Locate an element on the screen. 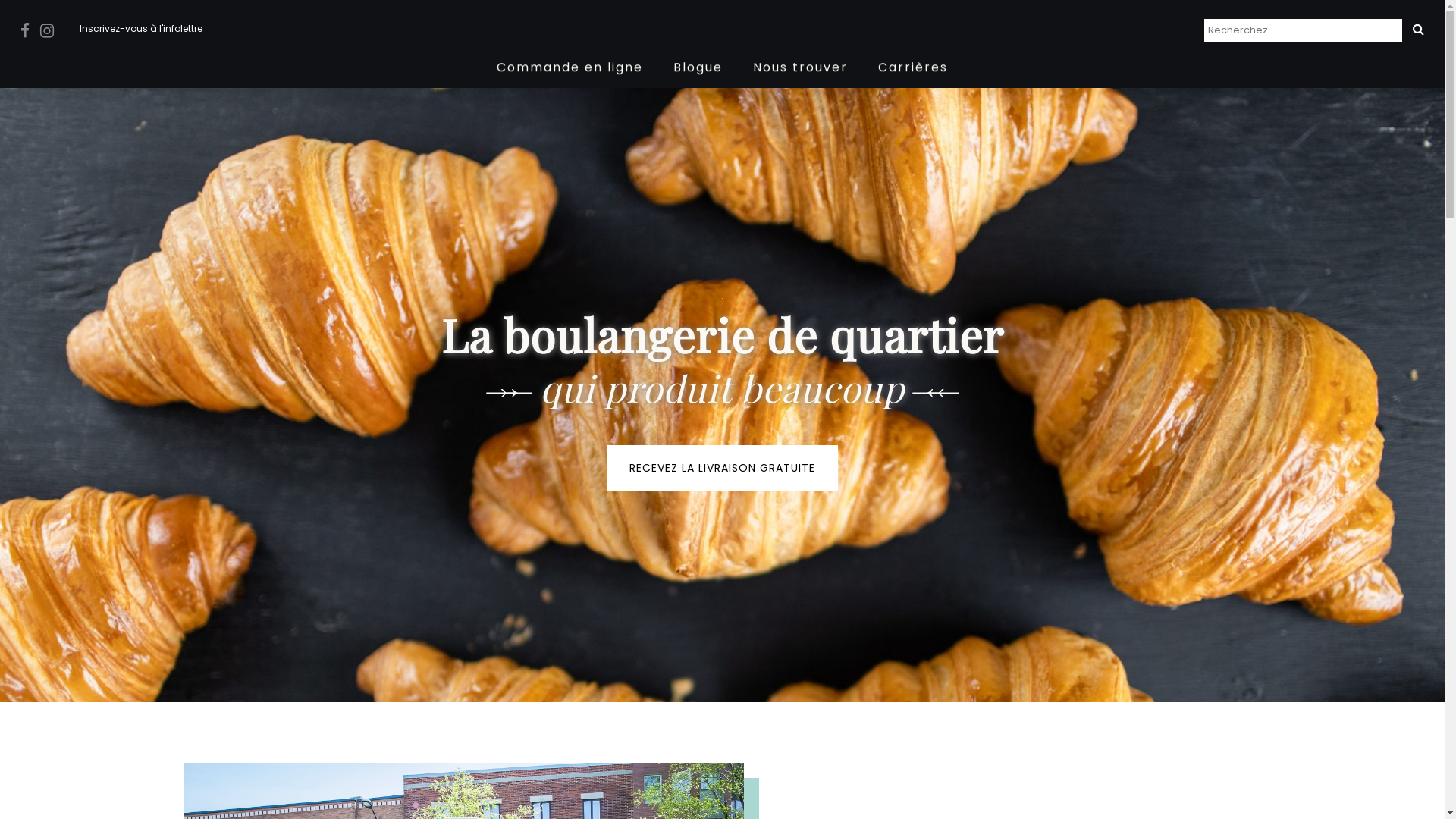 This screenshot has height=819, width=1456. 'RECEVEZ LA LIVRAISON GRATUITE' is located at coordinates (721, 467).